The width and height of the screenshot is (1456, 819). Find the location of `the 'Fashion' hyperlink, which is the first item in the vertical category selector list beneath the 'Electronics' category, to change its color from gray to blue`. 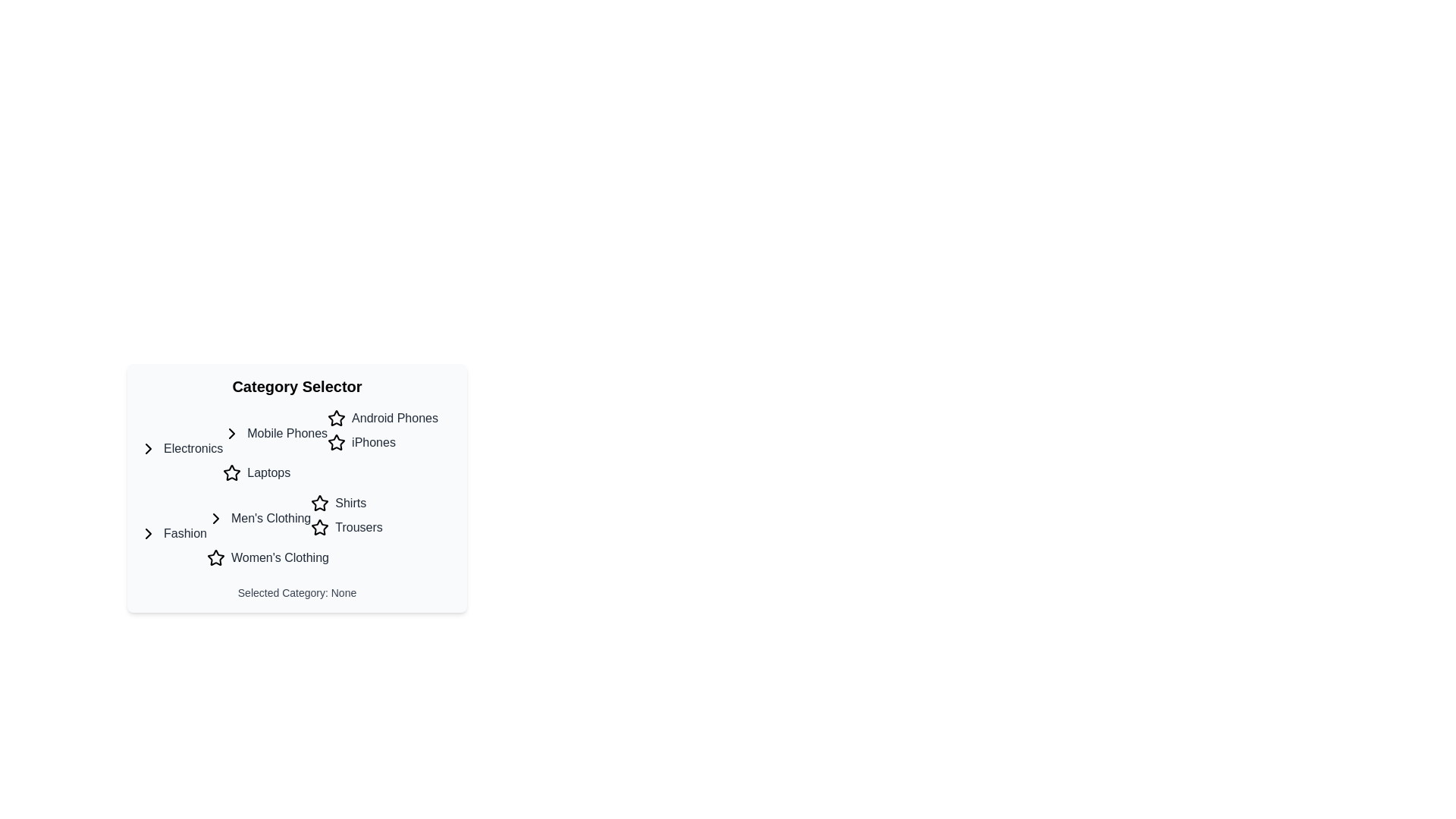

the 'Fashion' hyperlink, which is the first item in the vertical category selector list beneath the 'Electronics' category, to change its color from gray to blue is located at coordinates (184, 533).